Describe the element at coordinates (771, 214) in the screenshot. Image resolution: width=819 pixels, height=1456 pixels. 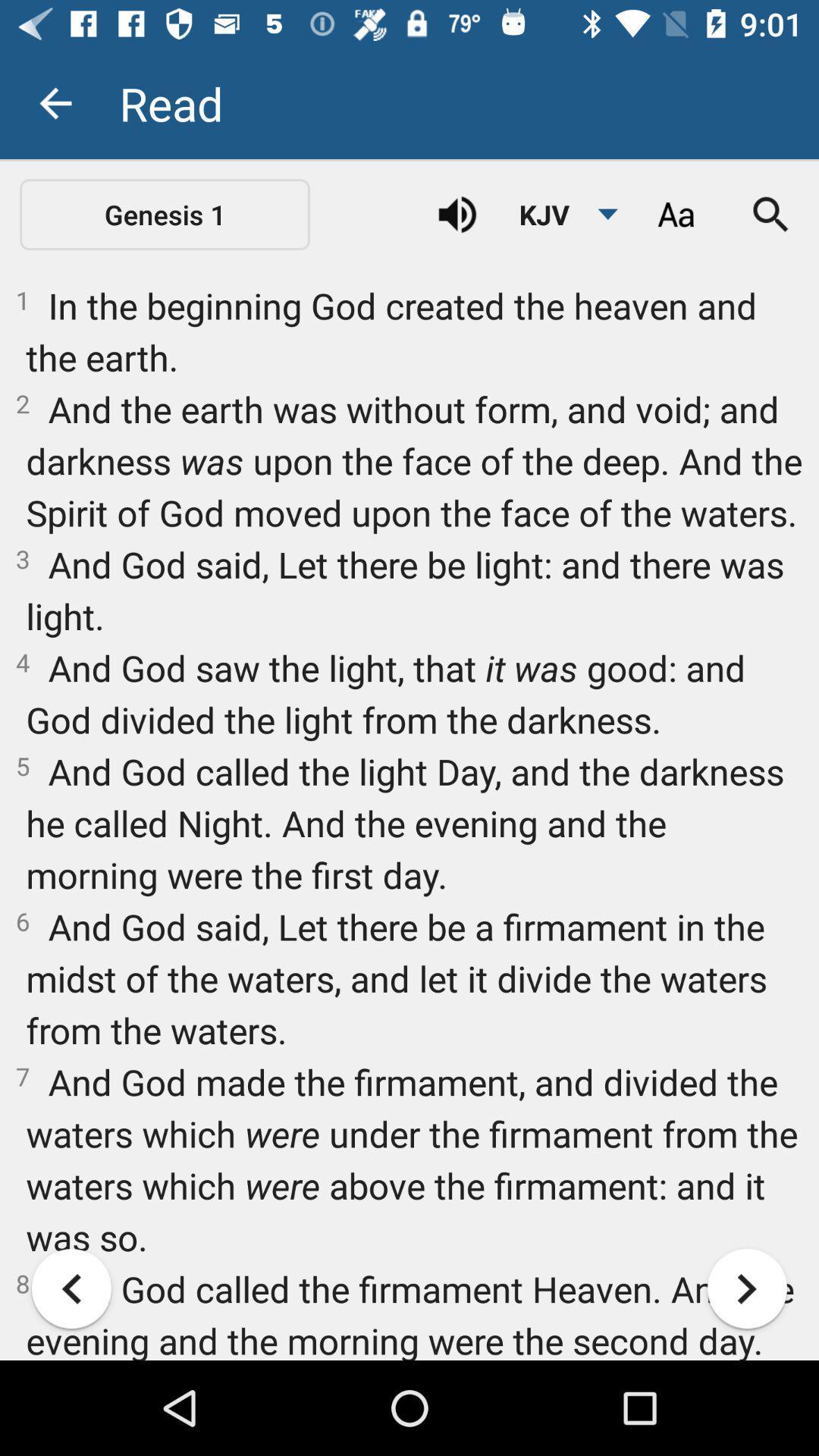
I see `search the text` at that location.